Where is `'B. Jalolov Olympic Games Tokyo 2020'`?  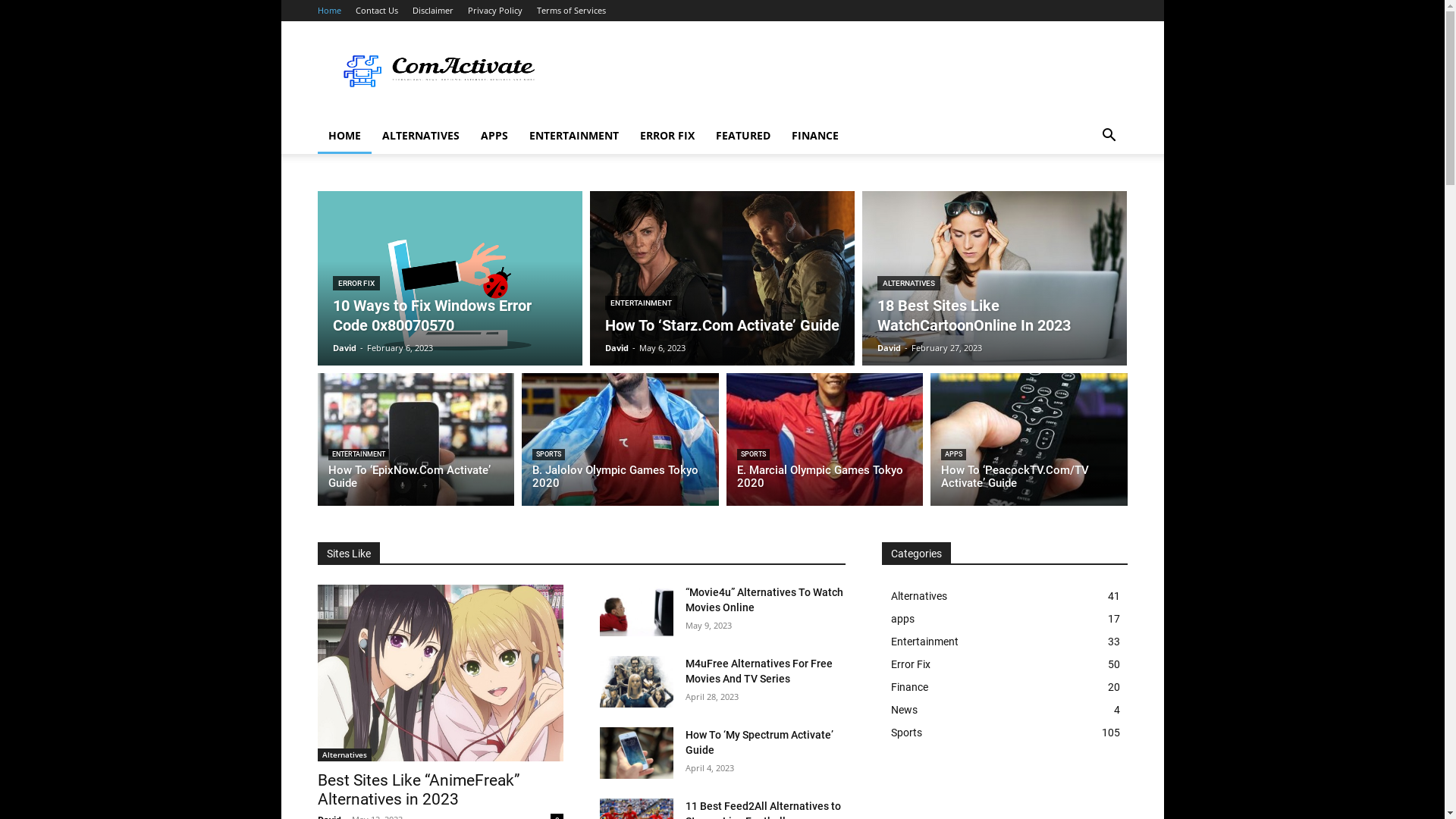 'B. Jalolov Olympic Games Tokyo 2020' is located at coordinates (615, 475).